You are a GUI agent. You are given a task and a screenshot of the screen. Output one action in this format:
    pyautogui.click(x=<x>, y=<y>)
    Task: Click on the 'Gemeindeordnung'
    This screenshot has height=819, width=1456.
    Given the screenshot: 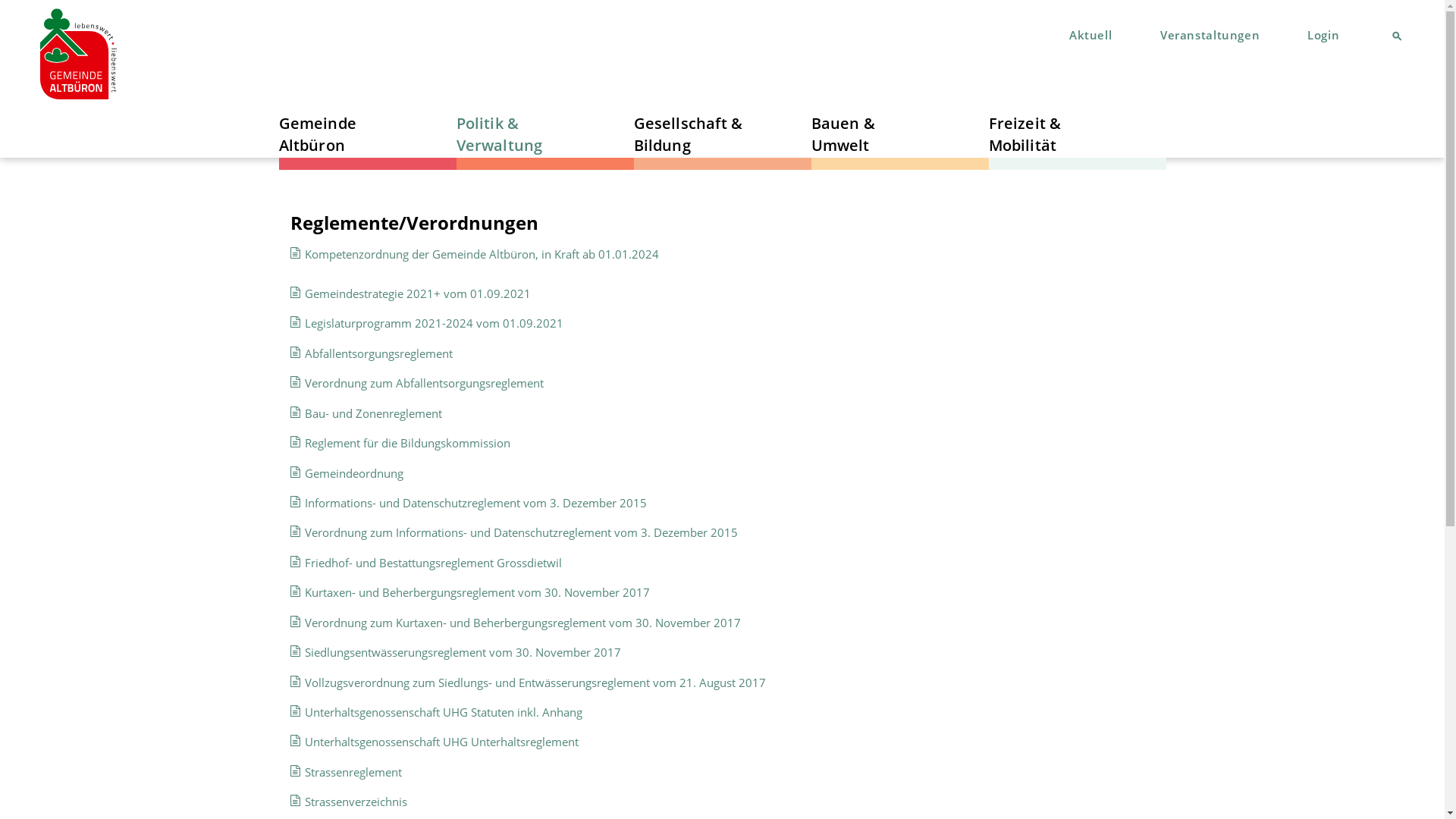 What is the action you would take?
    pyautogui.click(x=353, y=472)
    